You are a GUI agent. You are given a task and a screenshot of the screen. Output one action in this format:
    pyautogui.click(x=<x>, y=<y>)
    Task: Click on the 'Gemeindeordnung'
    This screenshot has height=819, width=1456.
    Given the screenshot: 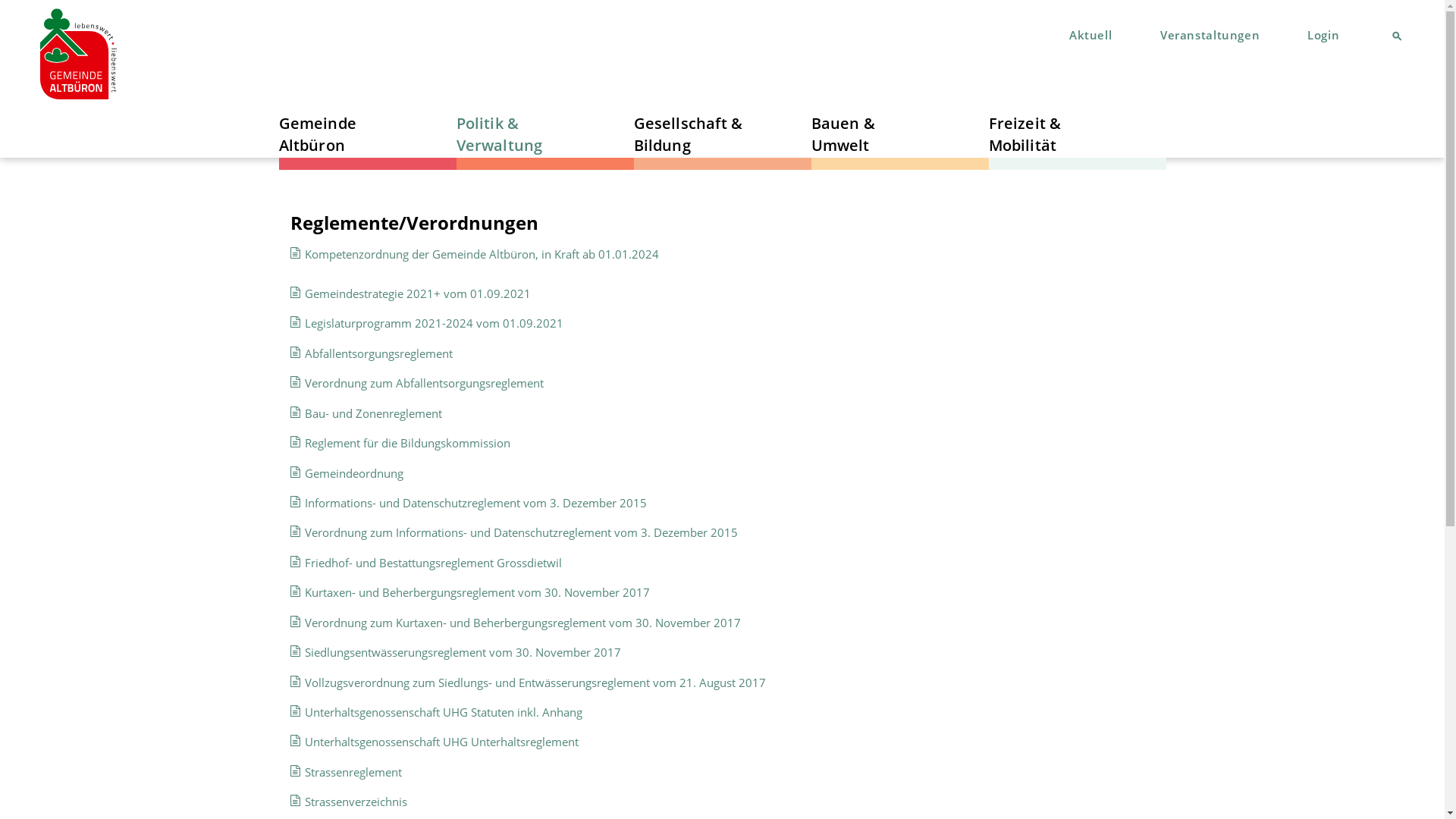 What is the action you would take?
    pyautogui.click(x=353, y=472)
    